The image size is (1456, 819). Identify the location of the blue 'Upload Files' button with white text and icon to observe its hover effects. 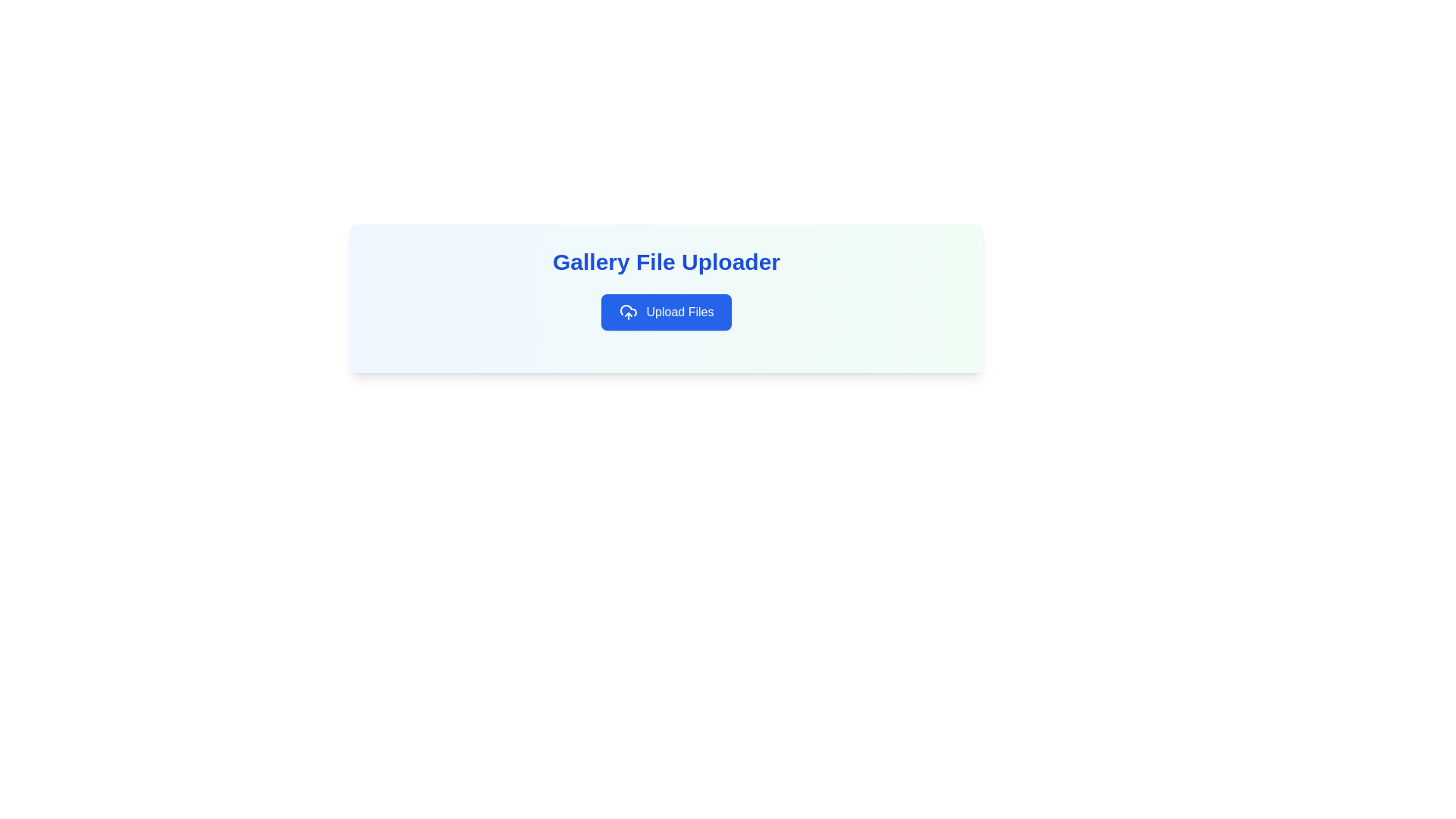
(666, 312).